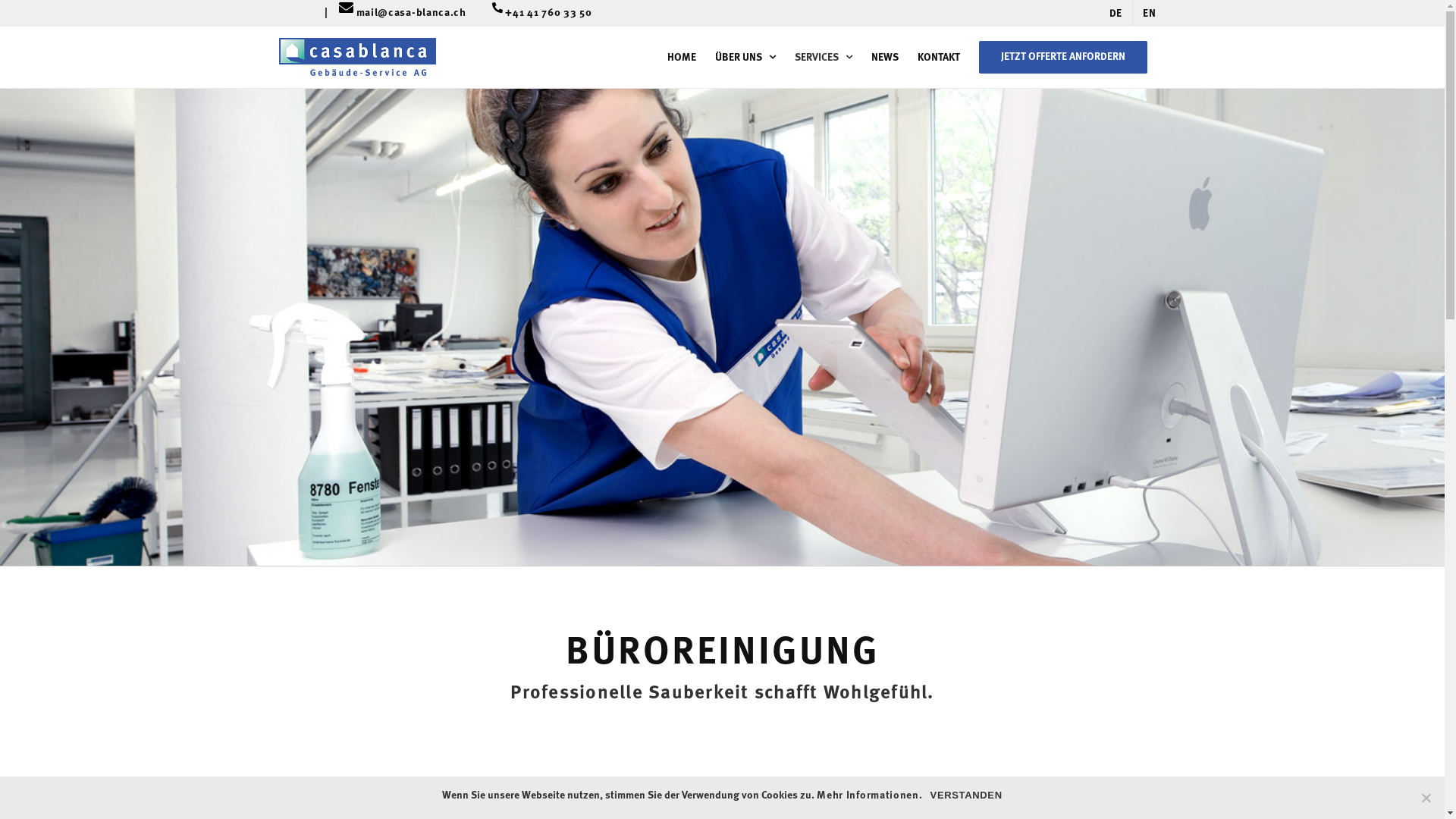 This screenshot has height=819, width=1456. Describe the element at coordinates (417, 13) in the screenshot. I see `'mail@casa-blanca.ch'` at that location.